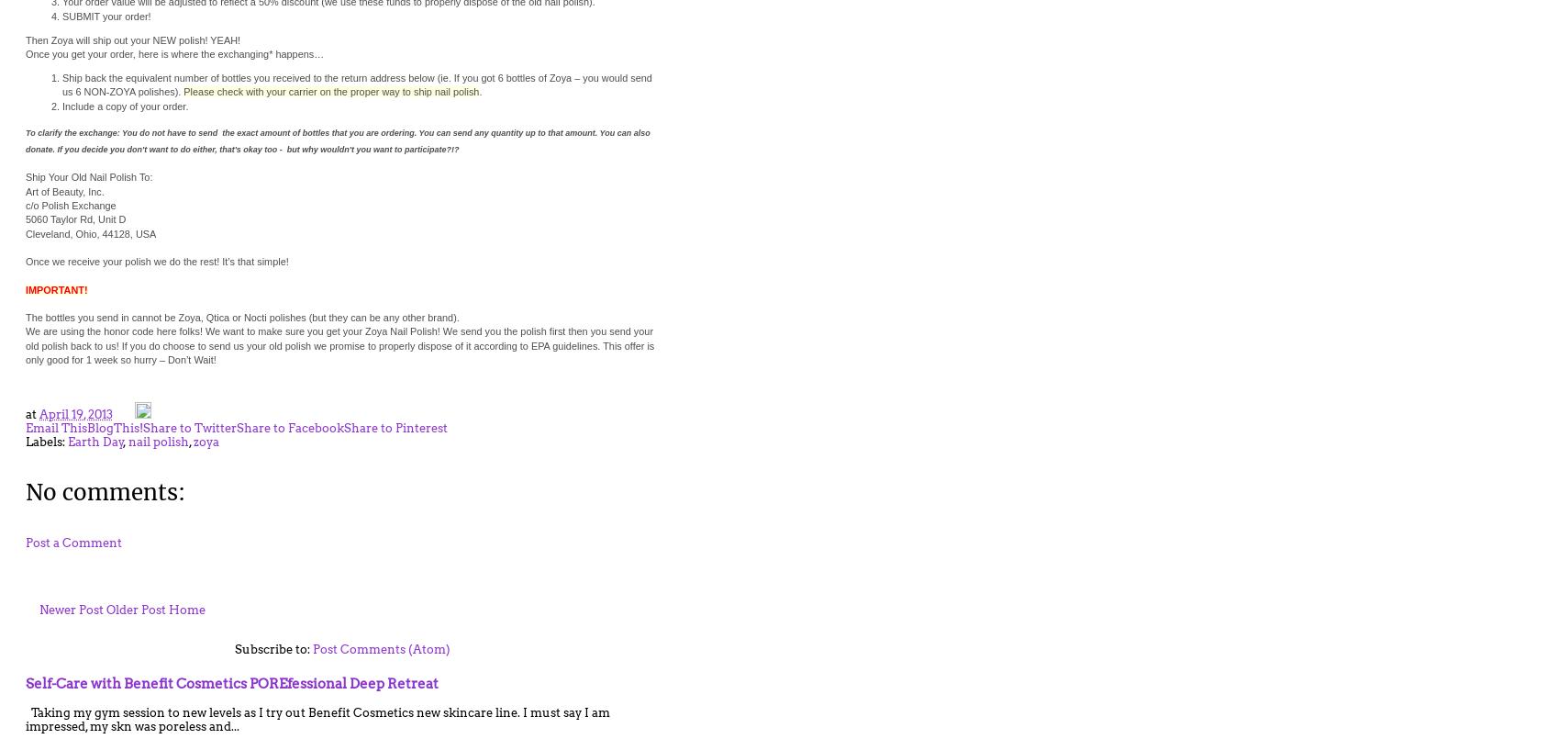 Image resolution: width=1568 pixels, height=739 pixels. I want to click on 'Share to Pinterest', so click(395, 427).